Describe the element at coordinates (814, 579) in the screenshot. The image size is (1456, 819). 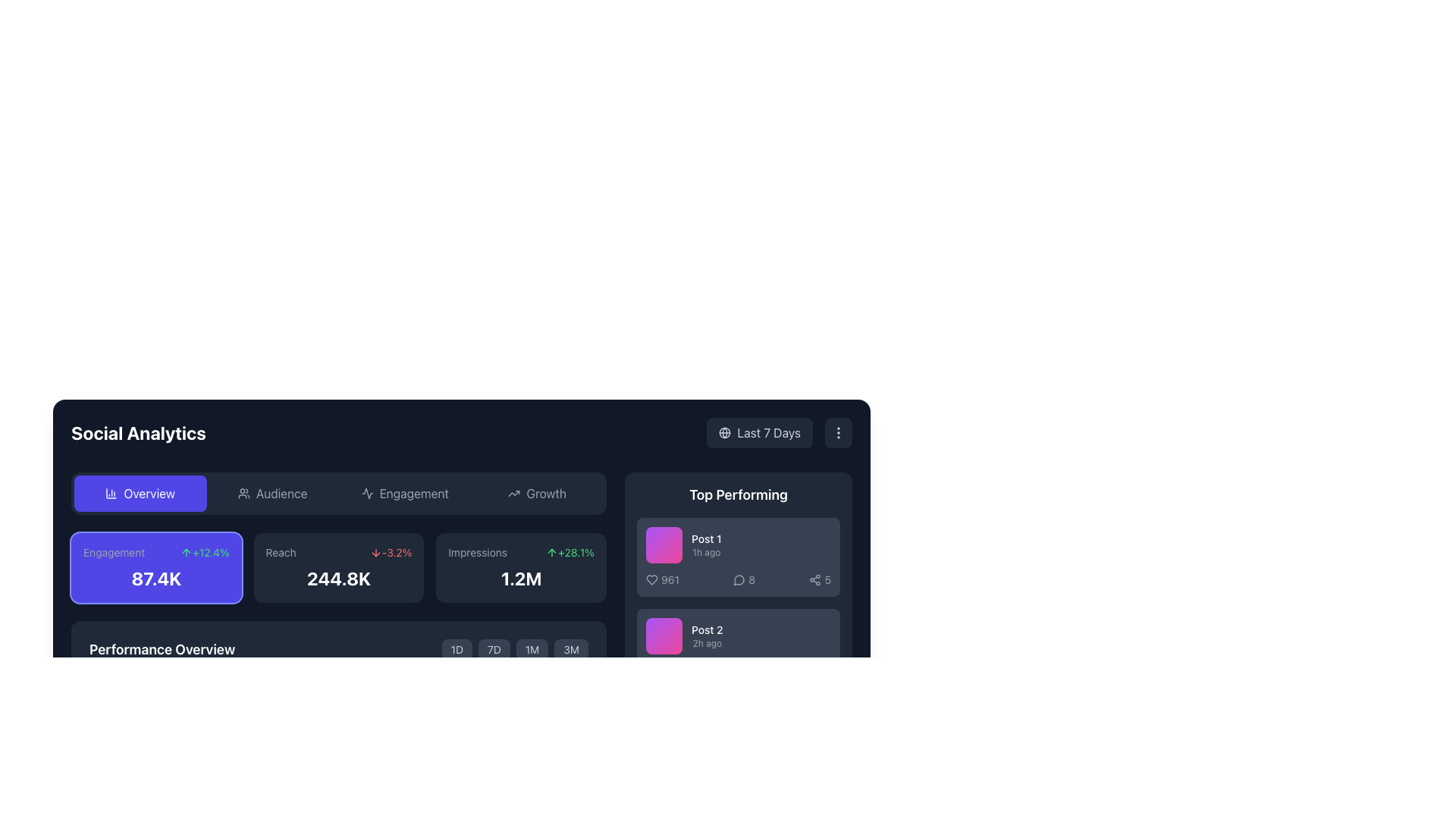
I see `the share icon located on the right edge of the 'Post 1' section in the 'Top Performing' area of the dashboard, just before the number '5'` at that location.